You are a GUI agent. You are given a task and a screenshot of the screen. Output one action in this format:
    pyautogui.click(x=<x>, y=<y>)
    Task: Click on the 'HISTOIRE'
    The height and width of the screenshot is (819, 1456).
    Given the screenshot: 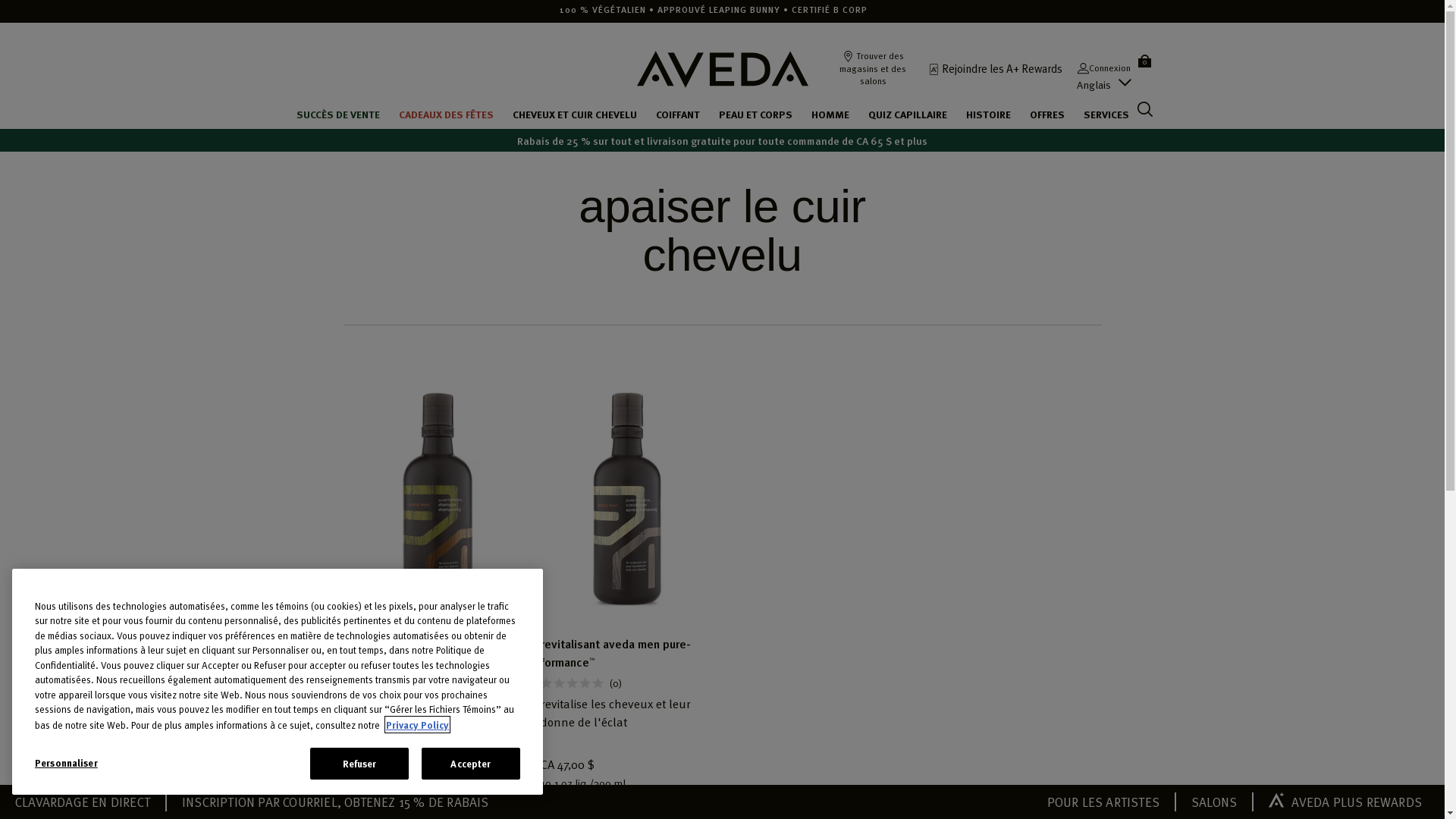 What is the action you would take?
    pyautogui.click(x=965, y=113)
    